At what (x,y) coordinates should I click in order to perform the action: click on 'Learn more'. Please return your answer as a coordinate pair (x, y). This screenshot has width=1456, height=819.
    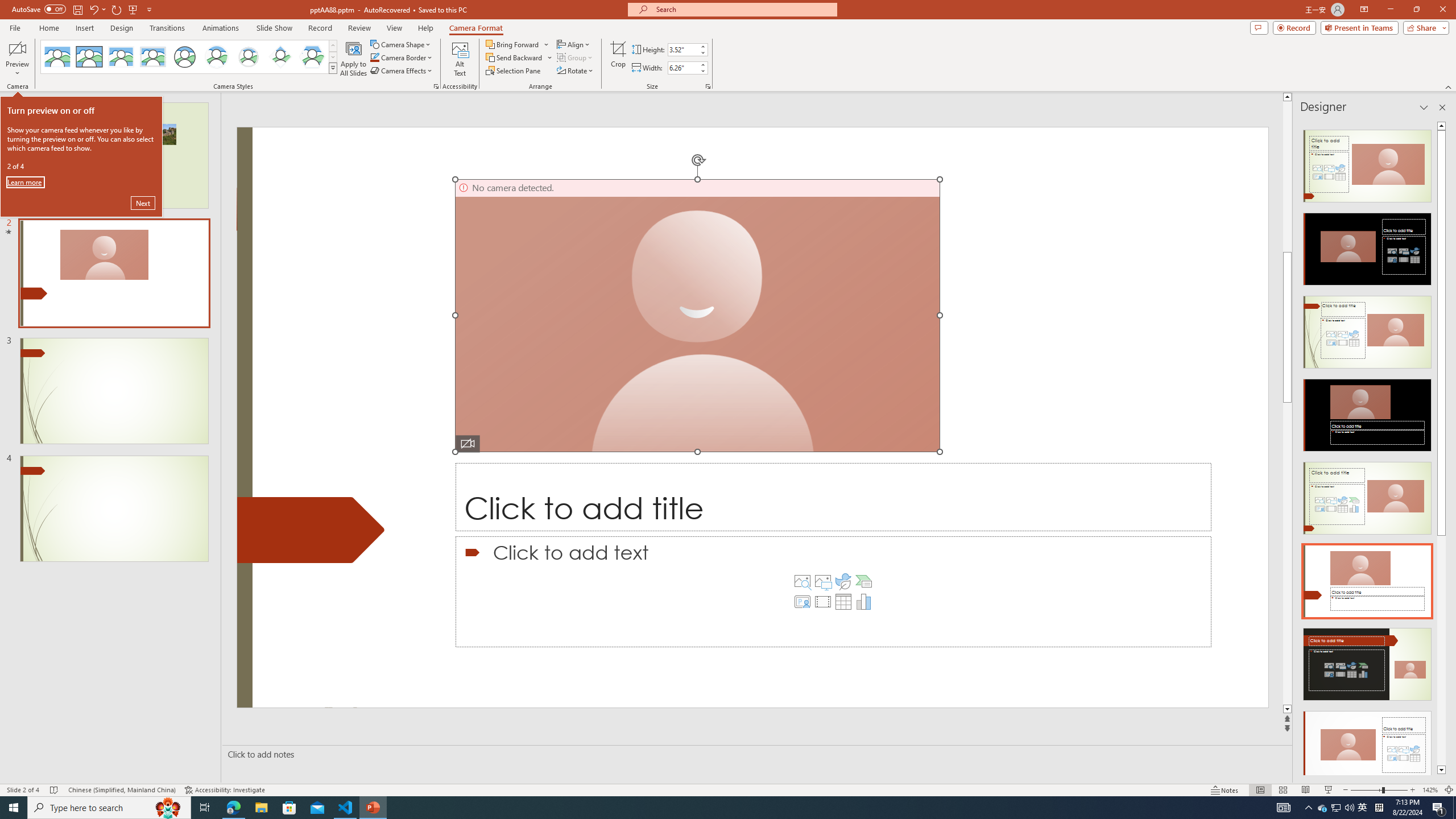
    Looking at the image, I should click on (25, 181).